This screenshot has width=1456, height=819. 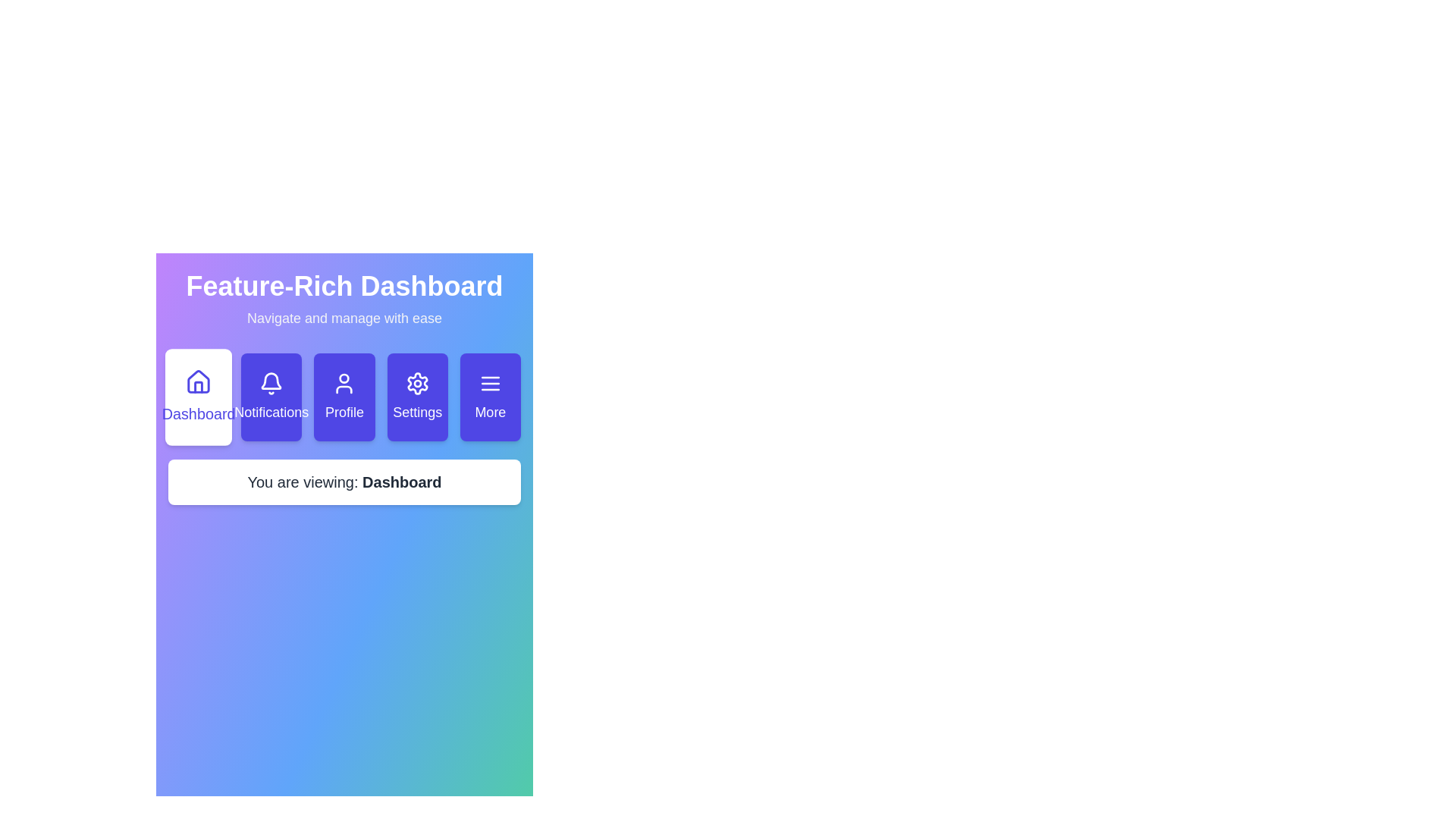 What do you see at coordinates (490, 412) in the screenshot?
I see `the text label located at the bottom section of the right-most button in the navigation grid, which indicates additional options or features` at bounding box center [490, 412].